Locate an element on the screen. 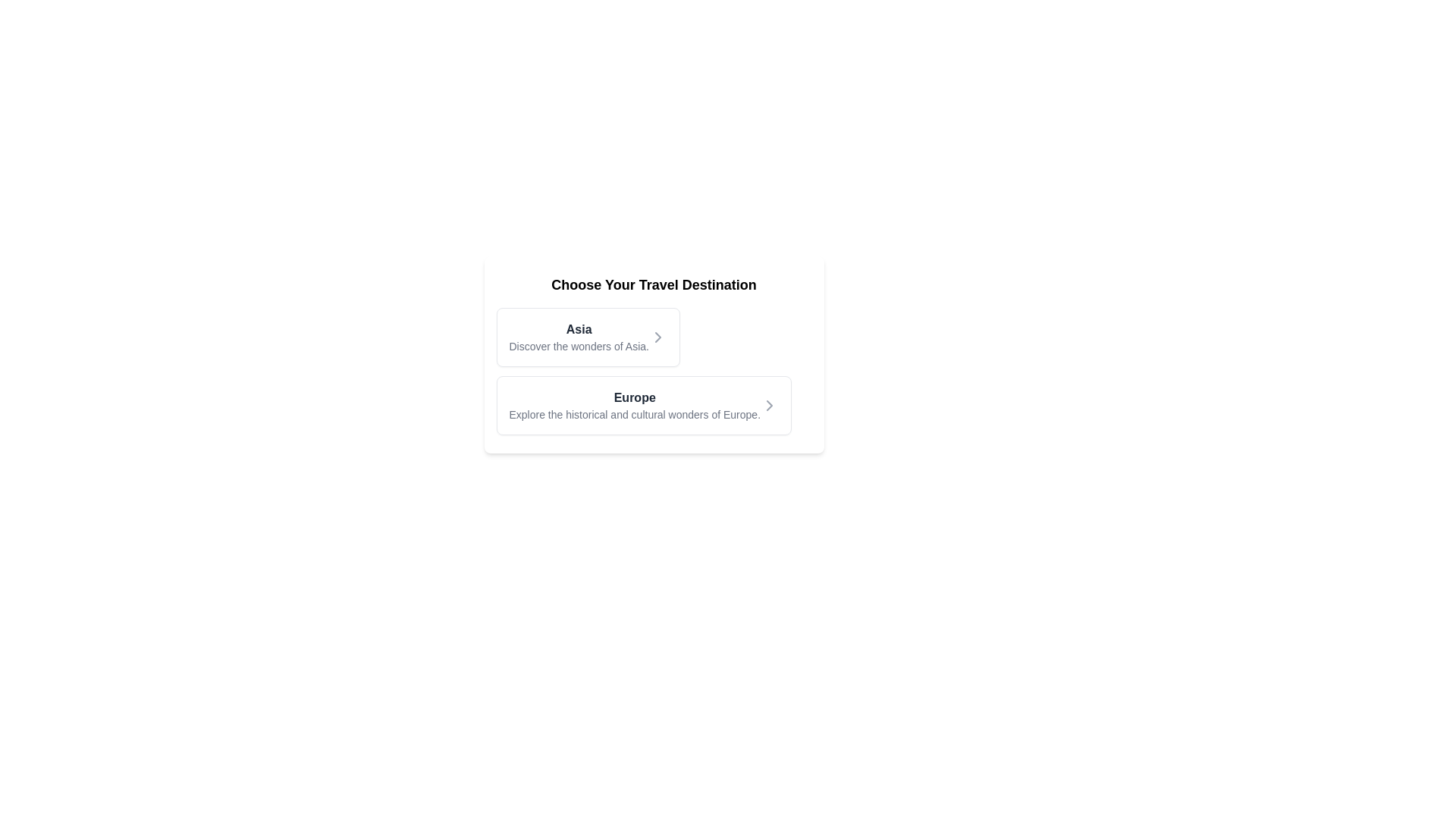  the 'Europe' label, which is the second option in the list of travel destinations under 'Choose Your Travel Destination' is located at coordinates (635, 405).